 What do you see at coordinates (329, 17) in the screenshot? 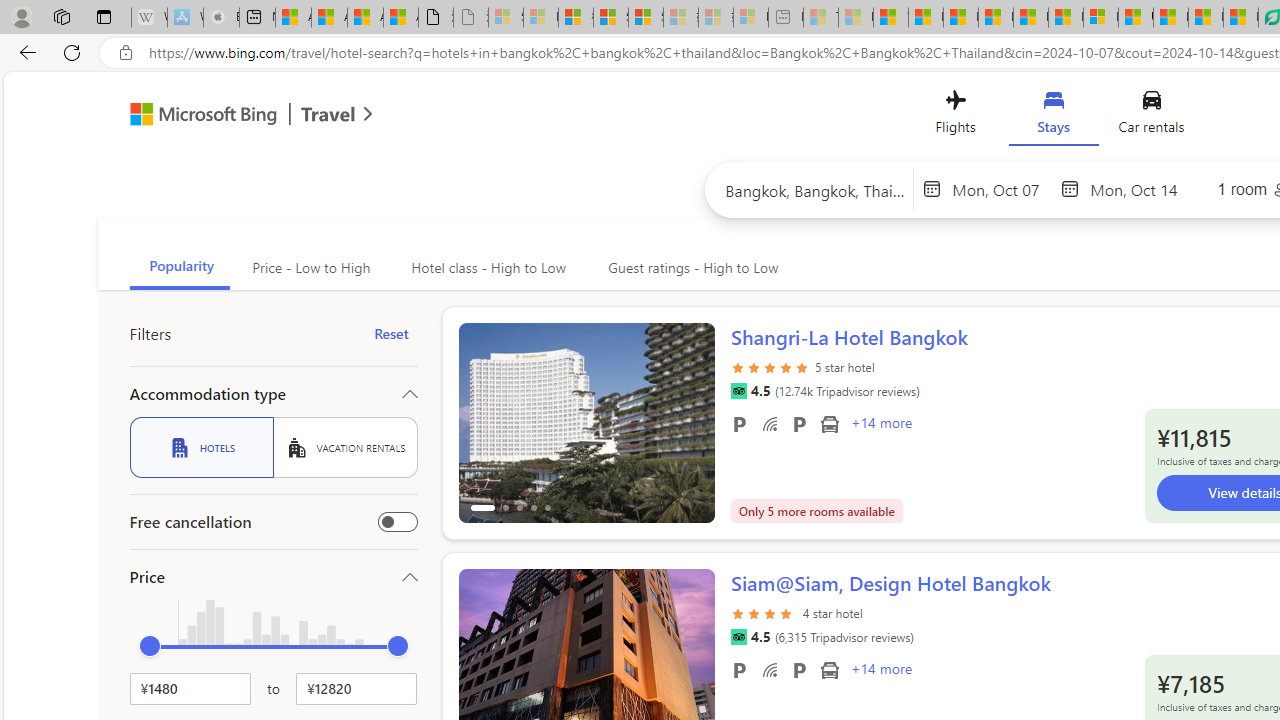
I see `'Aberdeen, Hong Kong SAR weather forecast | Microsoft Weather'` at bounding box center [329, 17].